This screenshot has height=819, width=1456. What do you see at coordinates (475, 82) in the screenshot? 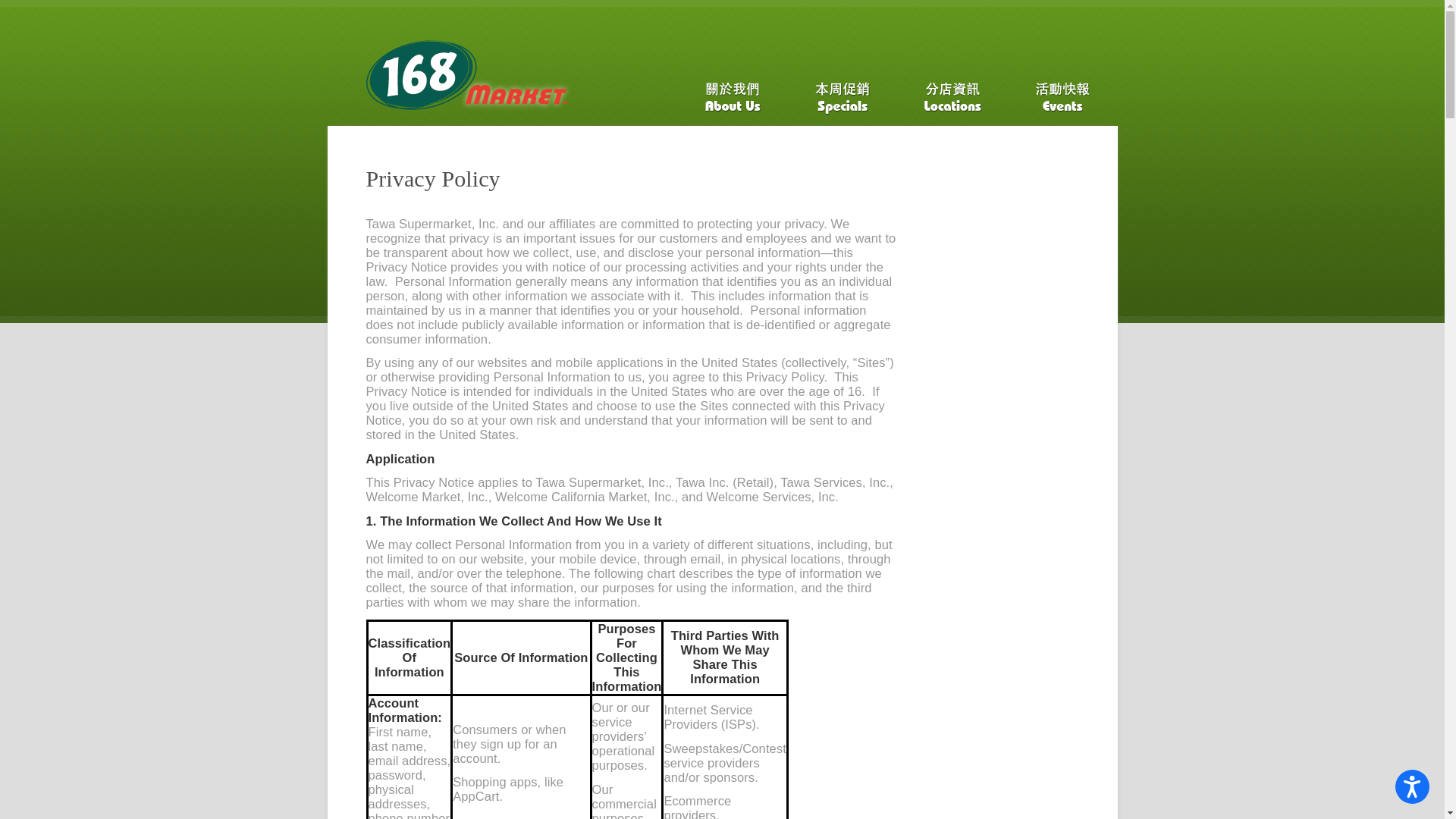
I see `'168 Market'` at bounding box center [475, 82].